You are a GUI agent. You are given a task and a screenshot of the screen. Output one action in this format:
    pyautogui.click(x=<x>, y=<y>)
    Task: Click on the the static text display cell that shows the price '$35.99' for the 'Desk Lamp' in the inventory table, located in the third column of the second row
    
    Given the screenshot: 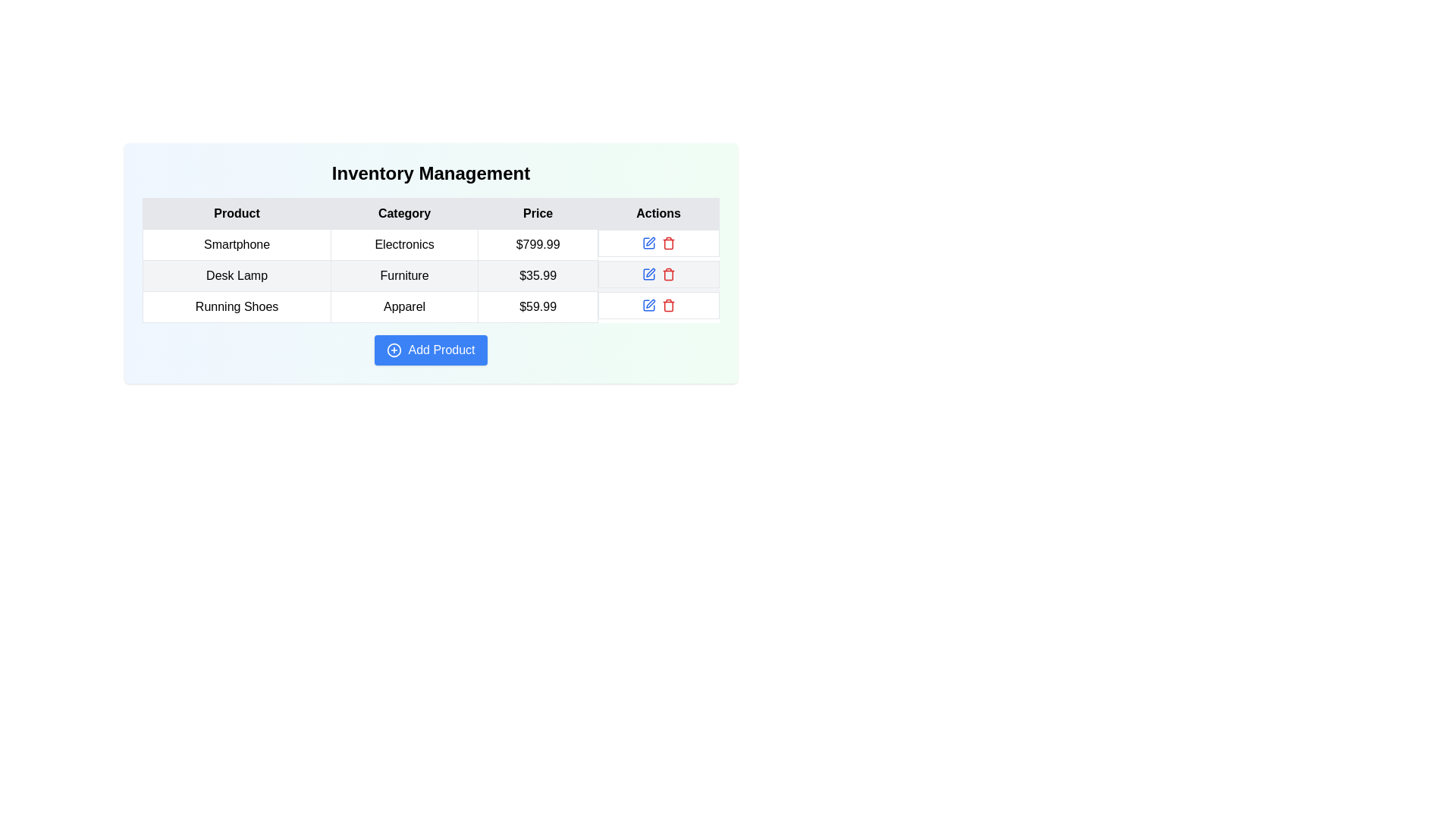 What is the action you would take?
    pyautogui.click(x=538, y=275)
    